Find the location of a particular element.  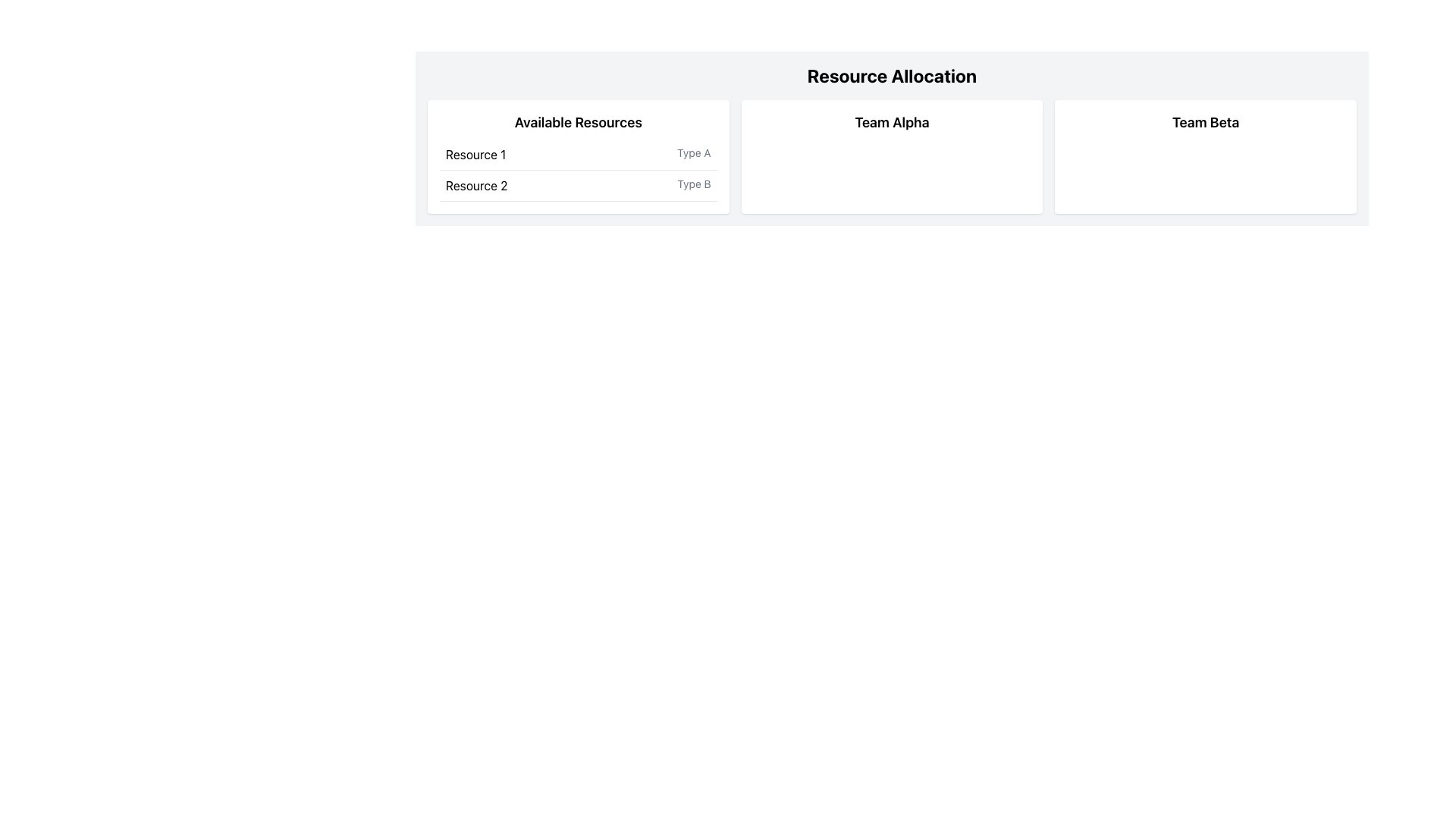

the text label 'Resource 2' which is bold and larger than surrounding elements, styled in black on a white background, located under 'Available Resources' and aligned with 'Type B' is located at coordinates (475, 185).